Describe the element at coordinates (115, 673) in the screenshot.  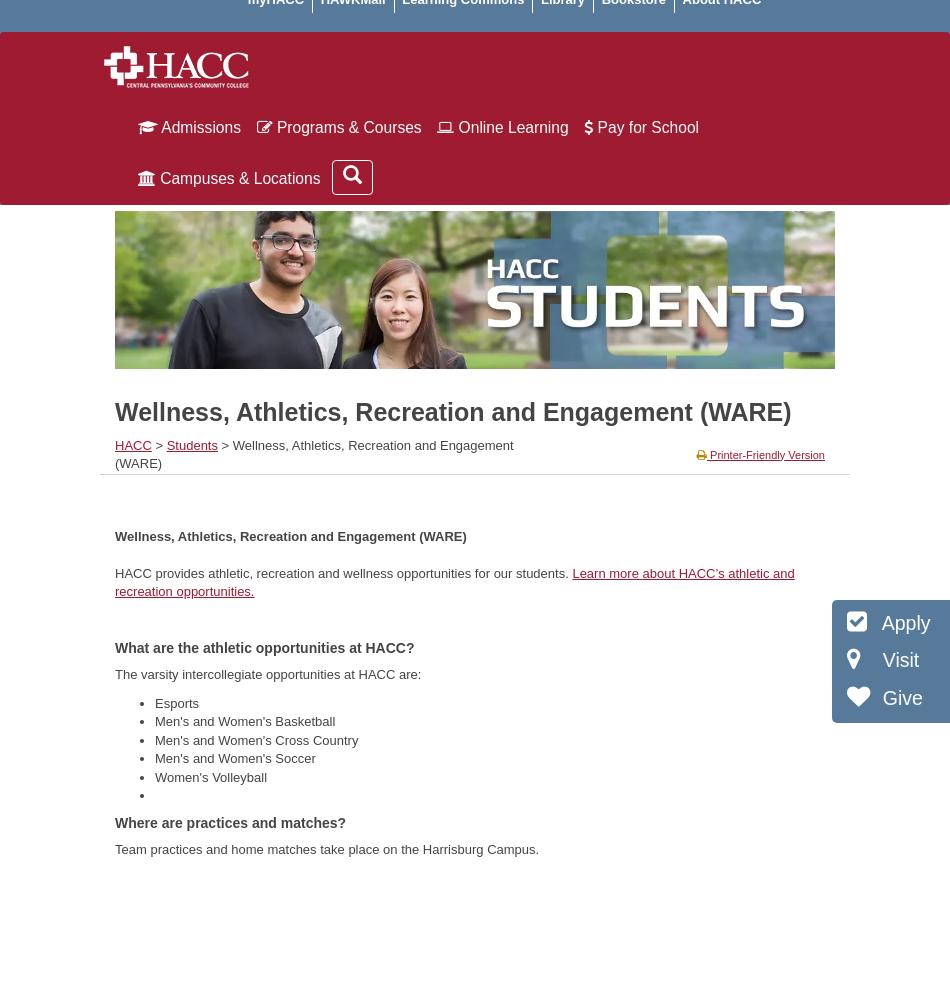
I see `'The varsity intercollegiate opportunities at HACC are:'` at that location.